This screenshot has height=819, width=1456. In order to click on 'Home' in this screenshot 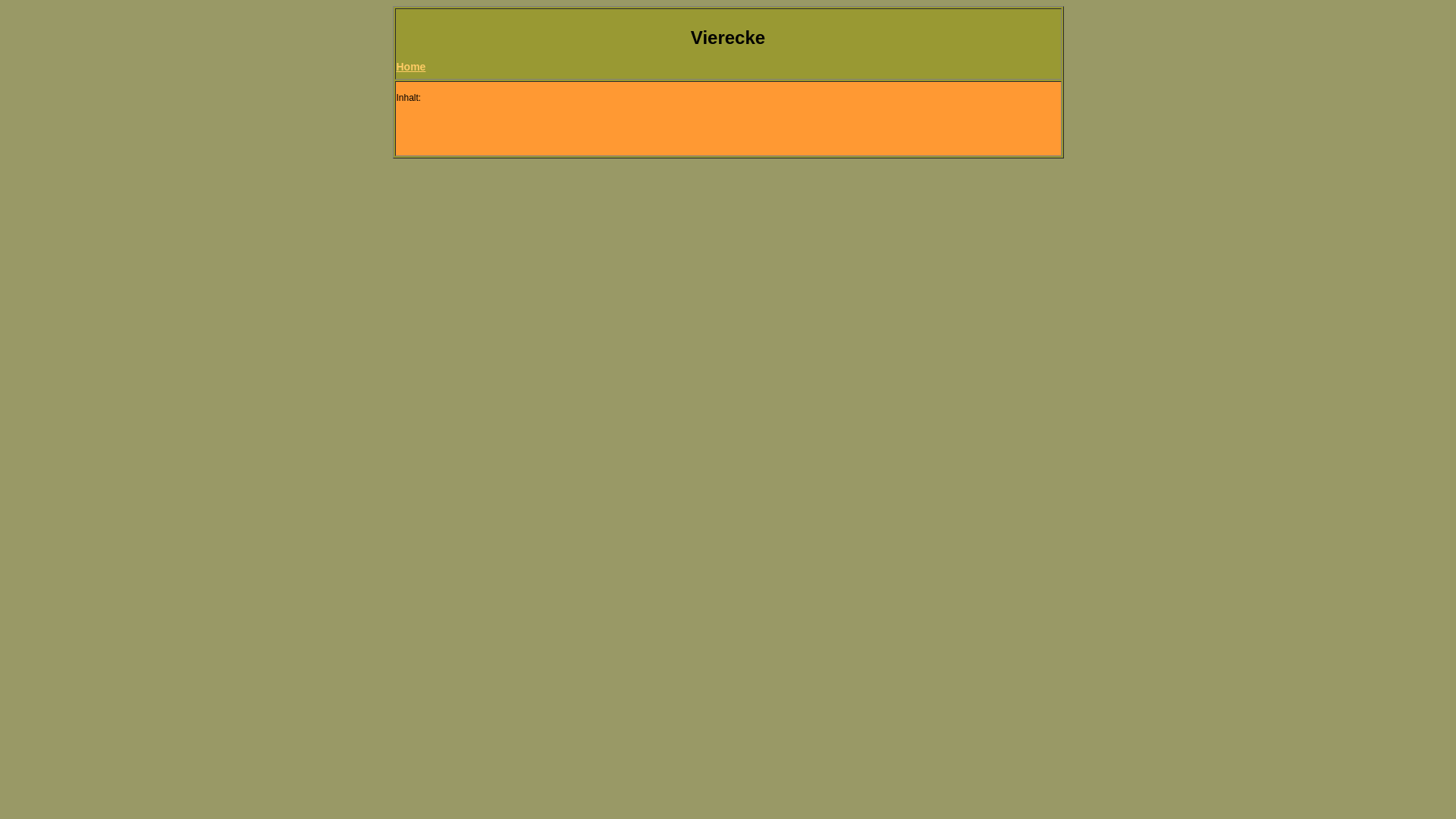, I will do `click(410, 66)`.